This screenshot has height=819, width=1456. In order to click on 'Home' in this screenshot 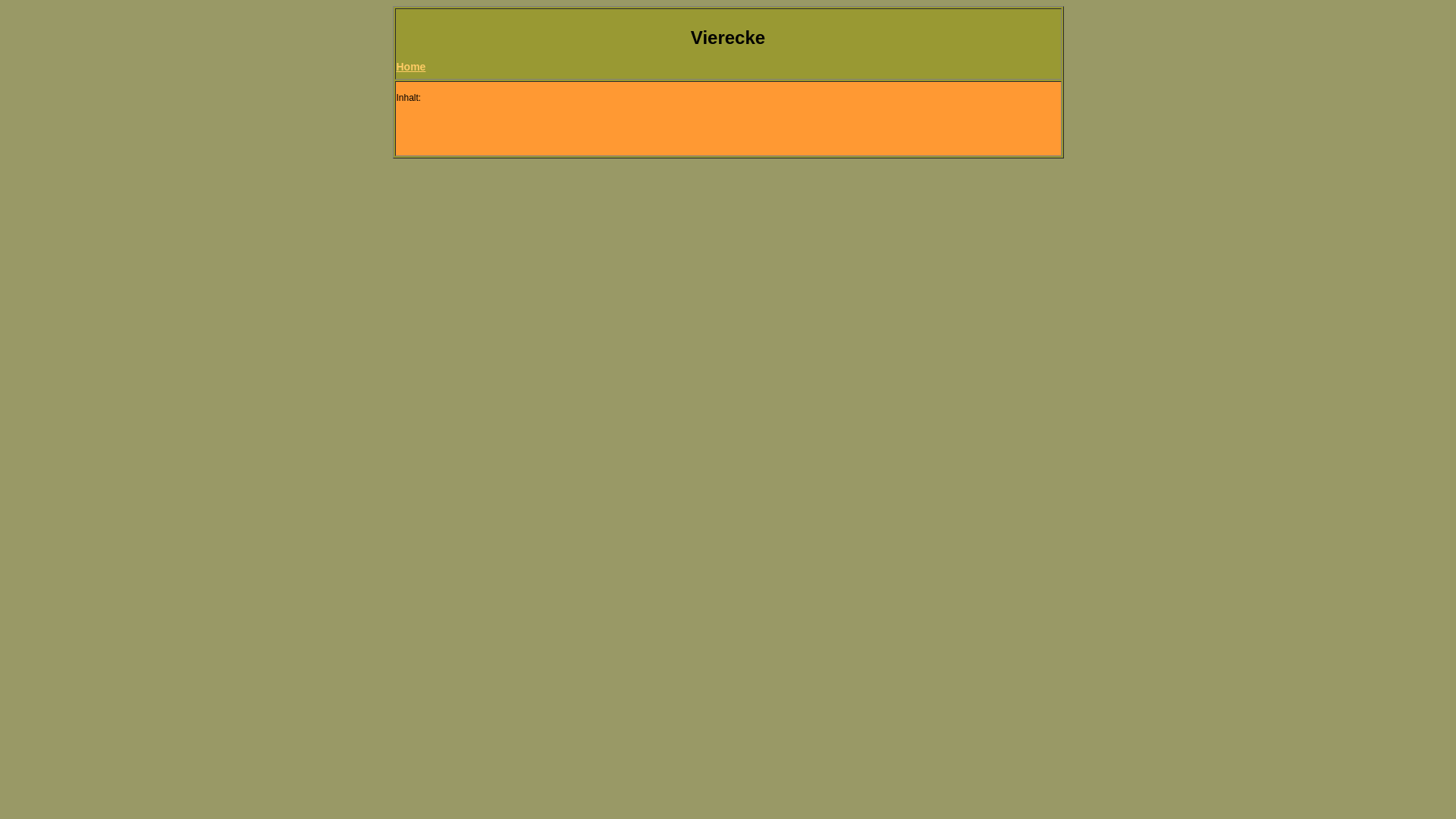, I will do `click(410, 66)`.